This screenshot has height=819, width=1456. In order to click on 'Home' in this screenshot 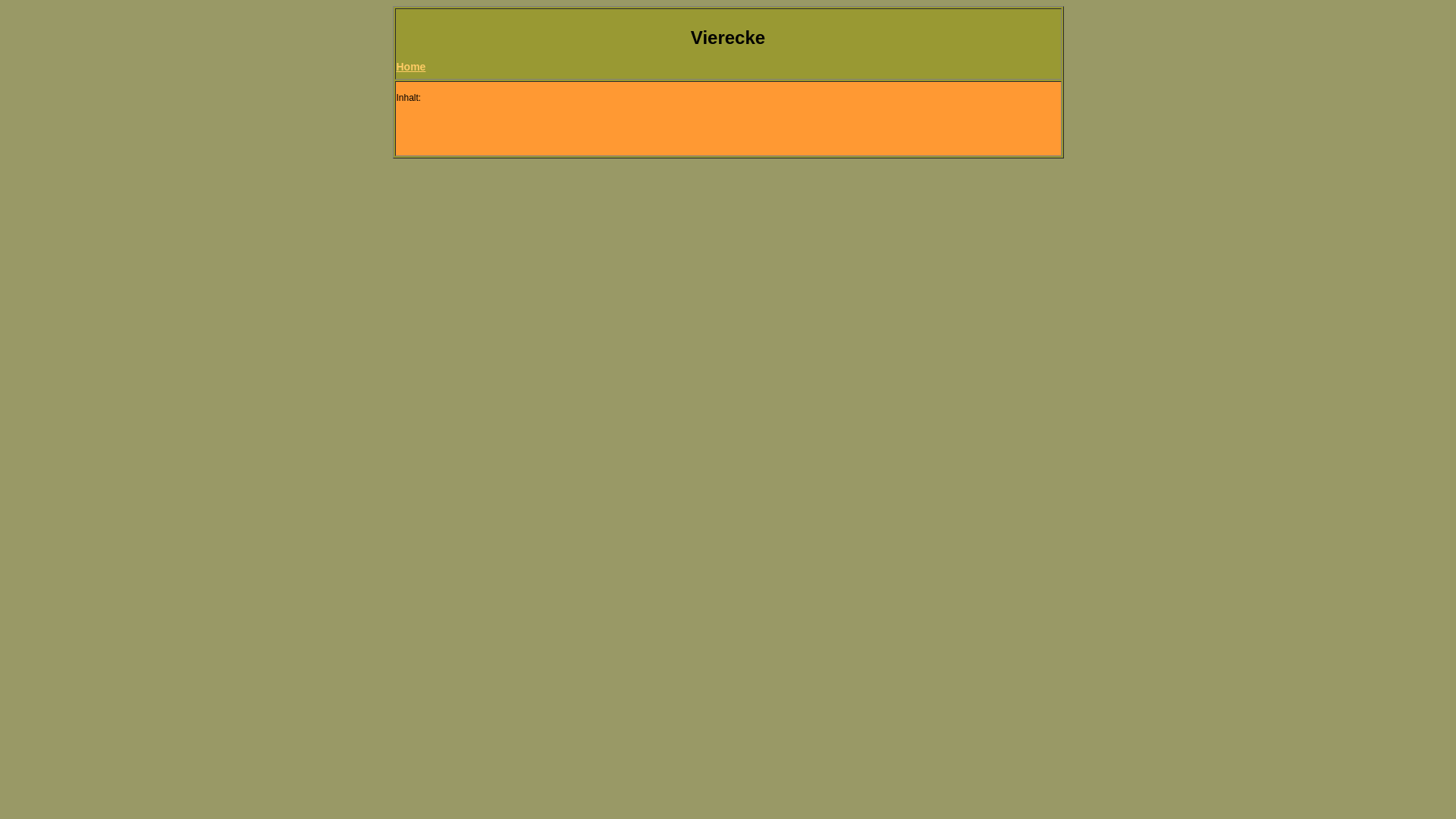, I will do `click(410, 66)`.